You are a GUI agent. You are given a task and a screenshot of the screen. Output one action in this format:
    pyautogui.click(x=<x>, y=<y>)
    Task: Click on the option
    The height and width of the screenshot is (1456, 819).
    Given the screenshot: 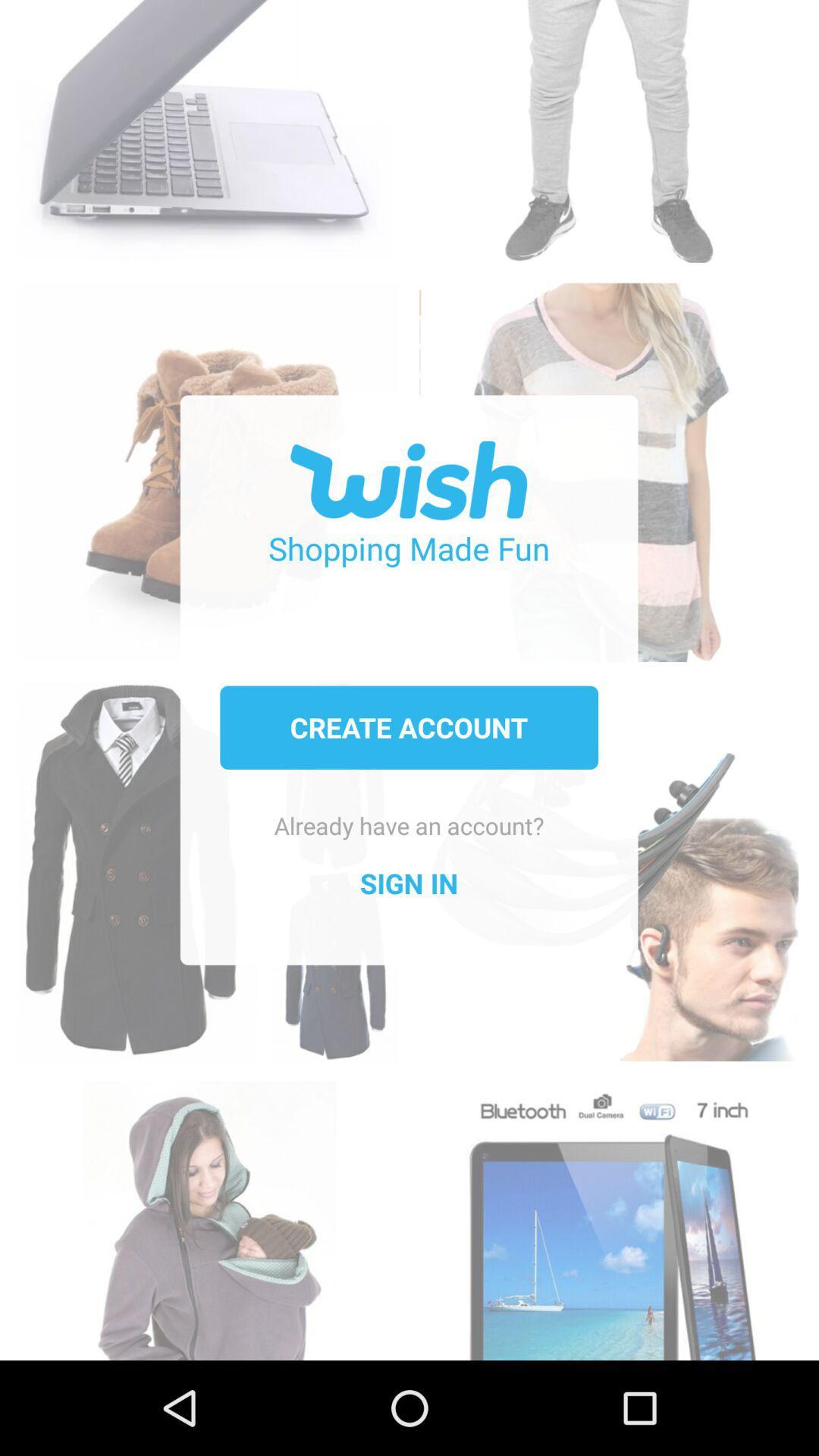 What is the action you would take?
    pyautogui.click(x=607, y=123)
    